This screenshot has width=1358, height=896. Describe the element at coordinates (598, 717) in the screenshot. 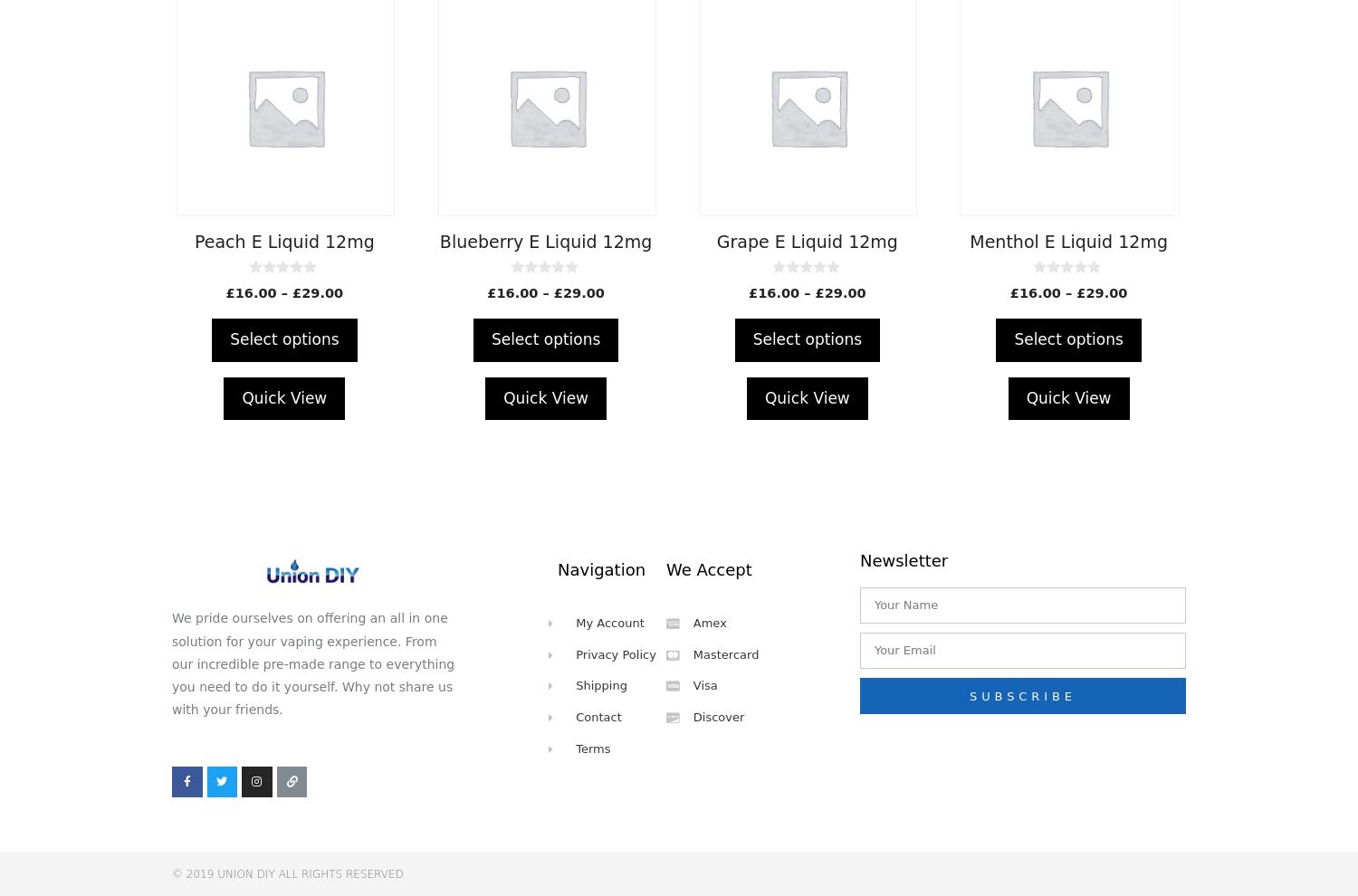

I see `'Contact'` at that location.